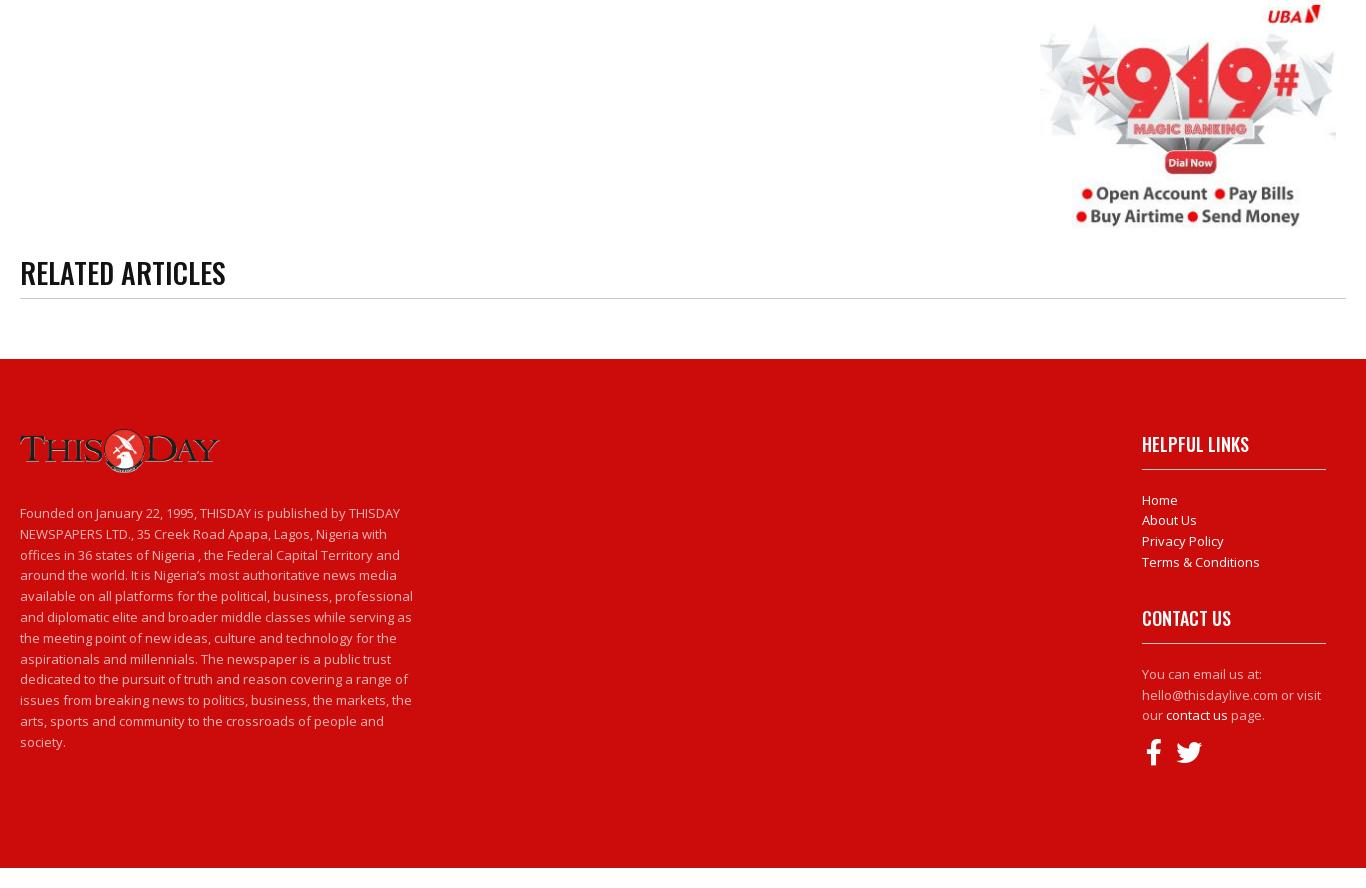 The image size is (1366, 888). What do you see at coordinates (215, 626) in the screenshot?
I see `'Founded on January 22, 1995, THISDAY is published by THISDAY NEWSPAPERS LTD., 35 Creek Road Apapa, Lagos, Nigeria with offices in 36 states of Nigeria , the Federal Capital Territory and around the world. It is Nigeria’s most authoritative news media available on all platforms for the political, business, professional and diplomatic elite and broader middle classes while serving as the meeting point of new ideas, culture and technology for the aspirationals and millennials. The newspaper is a public trust dedicated to the pursuit of truth and reason covering a range of issues from breaking news to politics, business, the markets, the arts, sports and community to the crossroads of people and society.'` at bounding box center [215, 626].